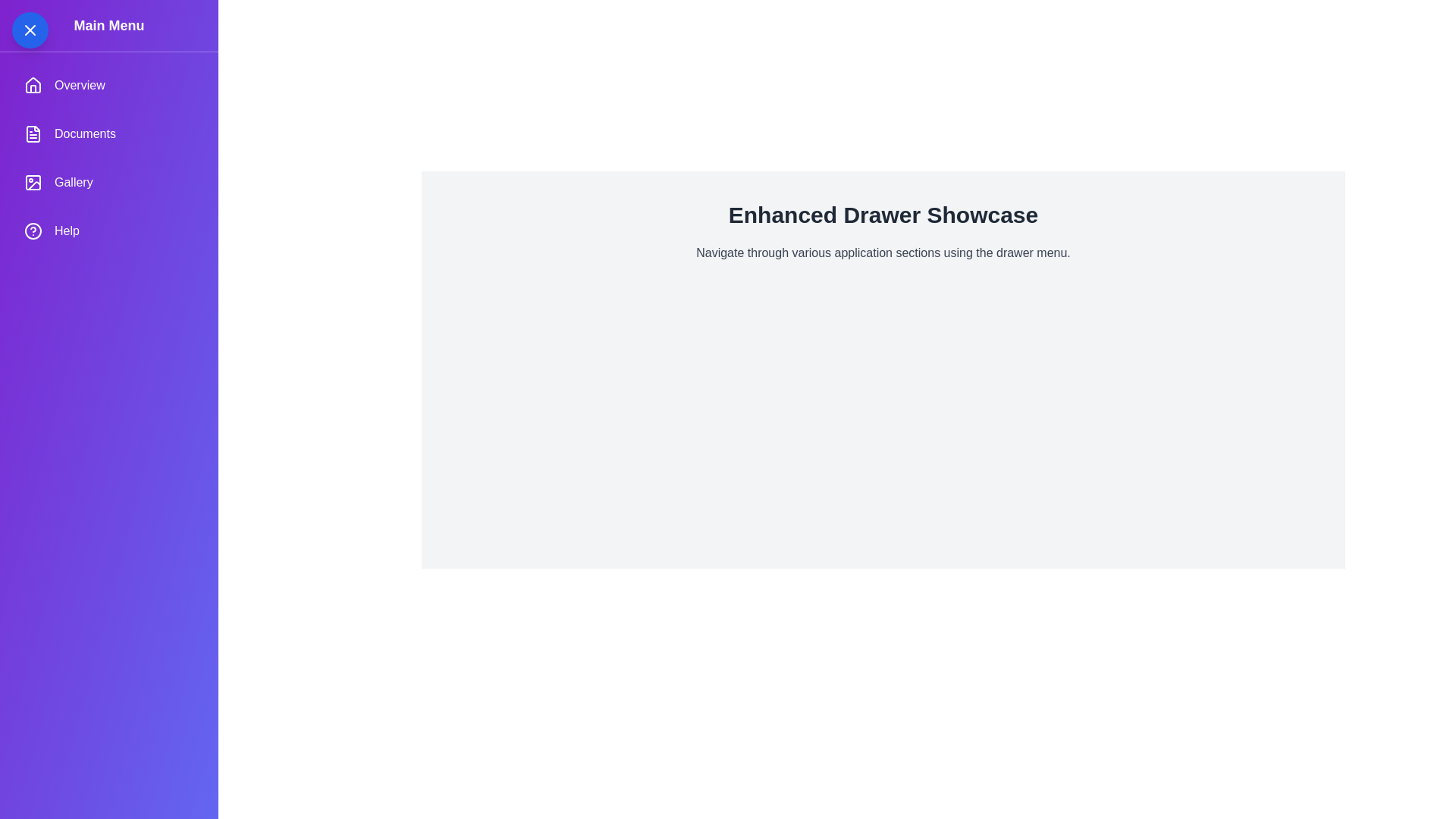 This screenshot has width=1456, height=819. I want to click on the 'Documents' menu item in the drawer, so click(108, 133).